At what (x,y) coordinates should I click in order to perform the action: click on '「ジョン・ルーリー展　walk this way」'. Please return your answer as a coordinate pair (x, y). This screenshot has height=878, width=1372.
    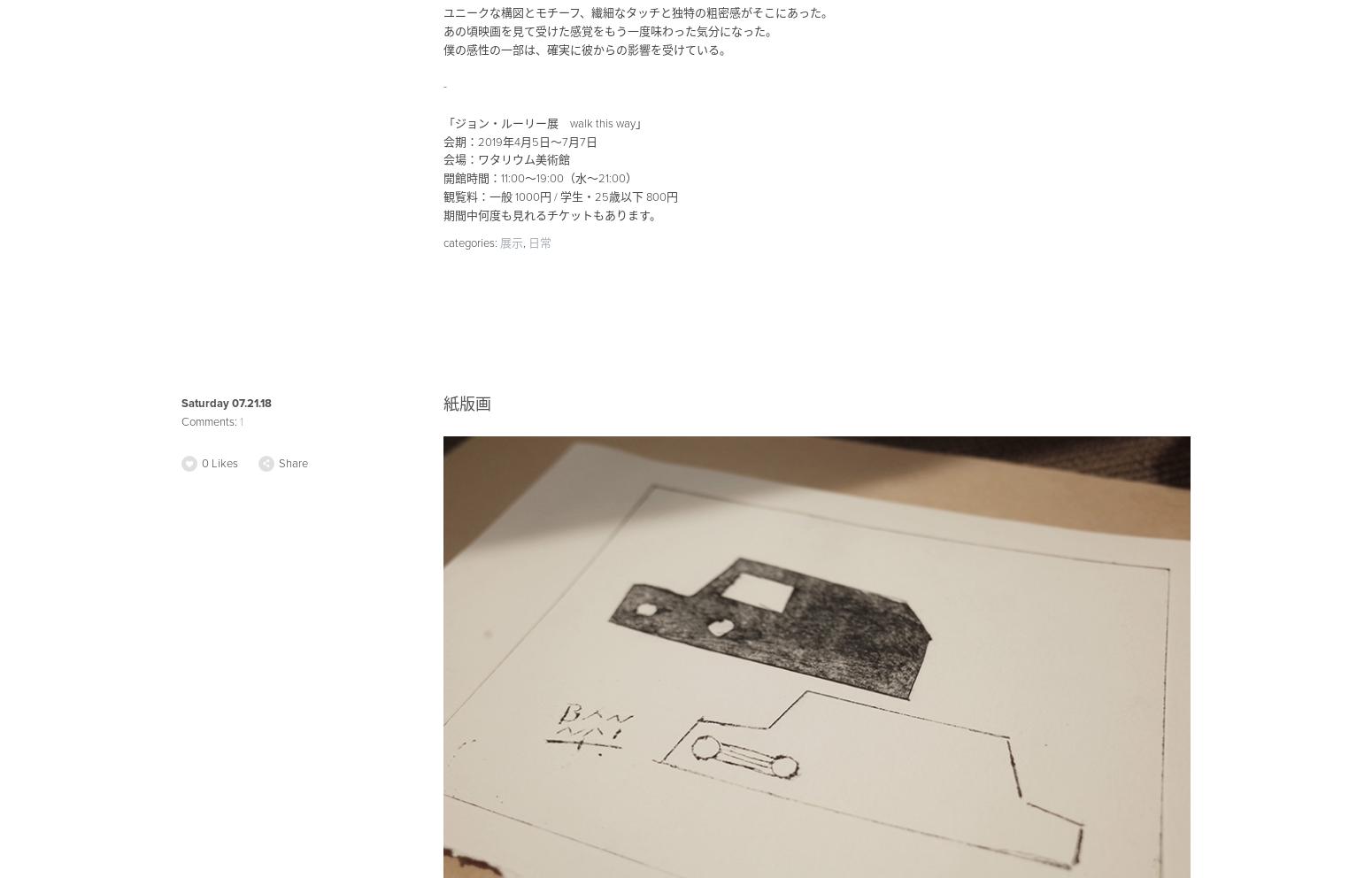
    Looking at the image, I should click on (442, 122).